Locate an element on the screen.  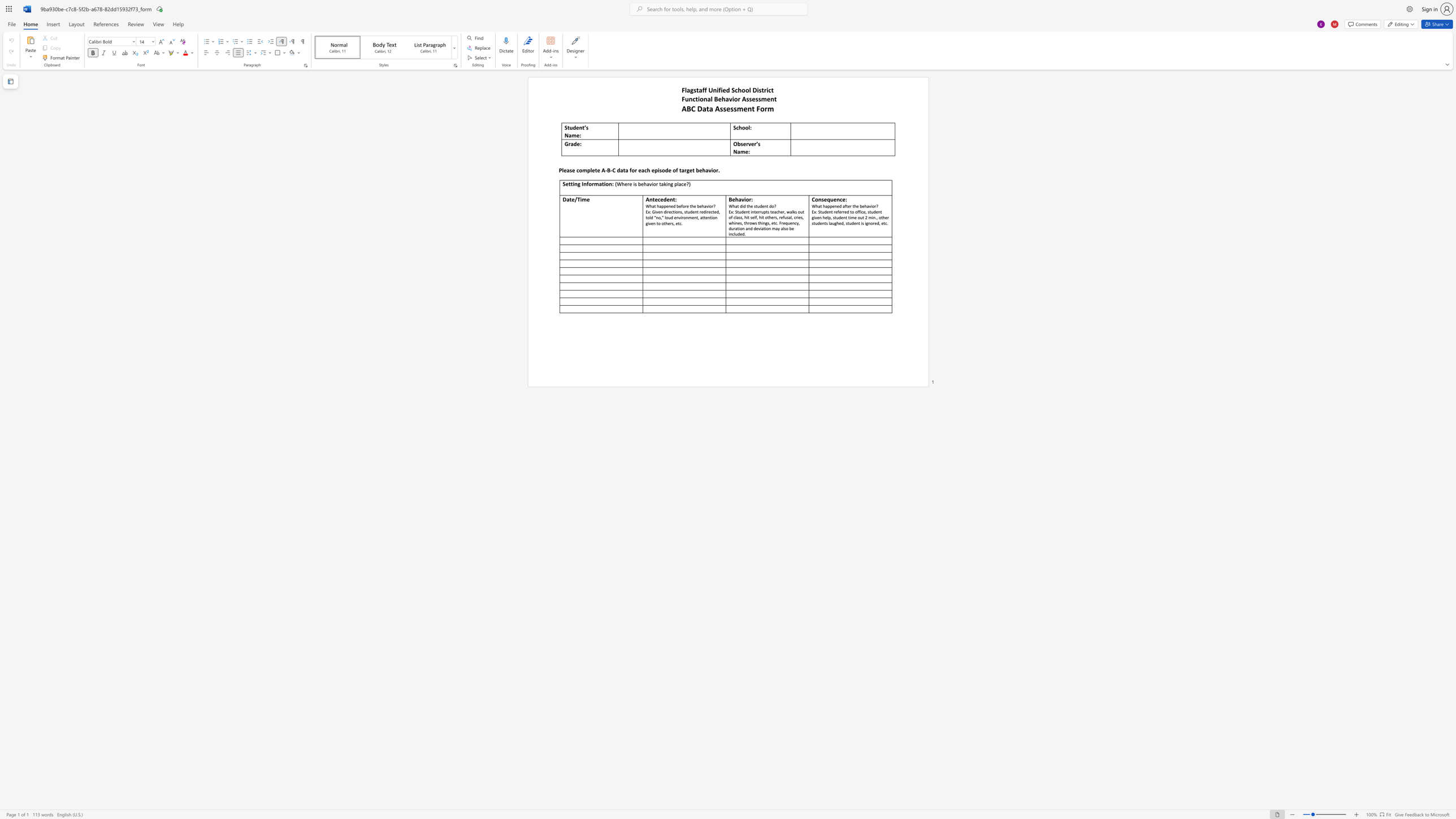
the subset text "rected, tol" within the text "iven directions, student redirected, told “no," is located at coordinates (706, 211).